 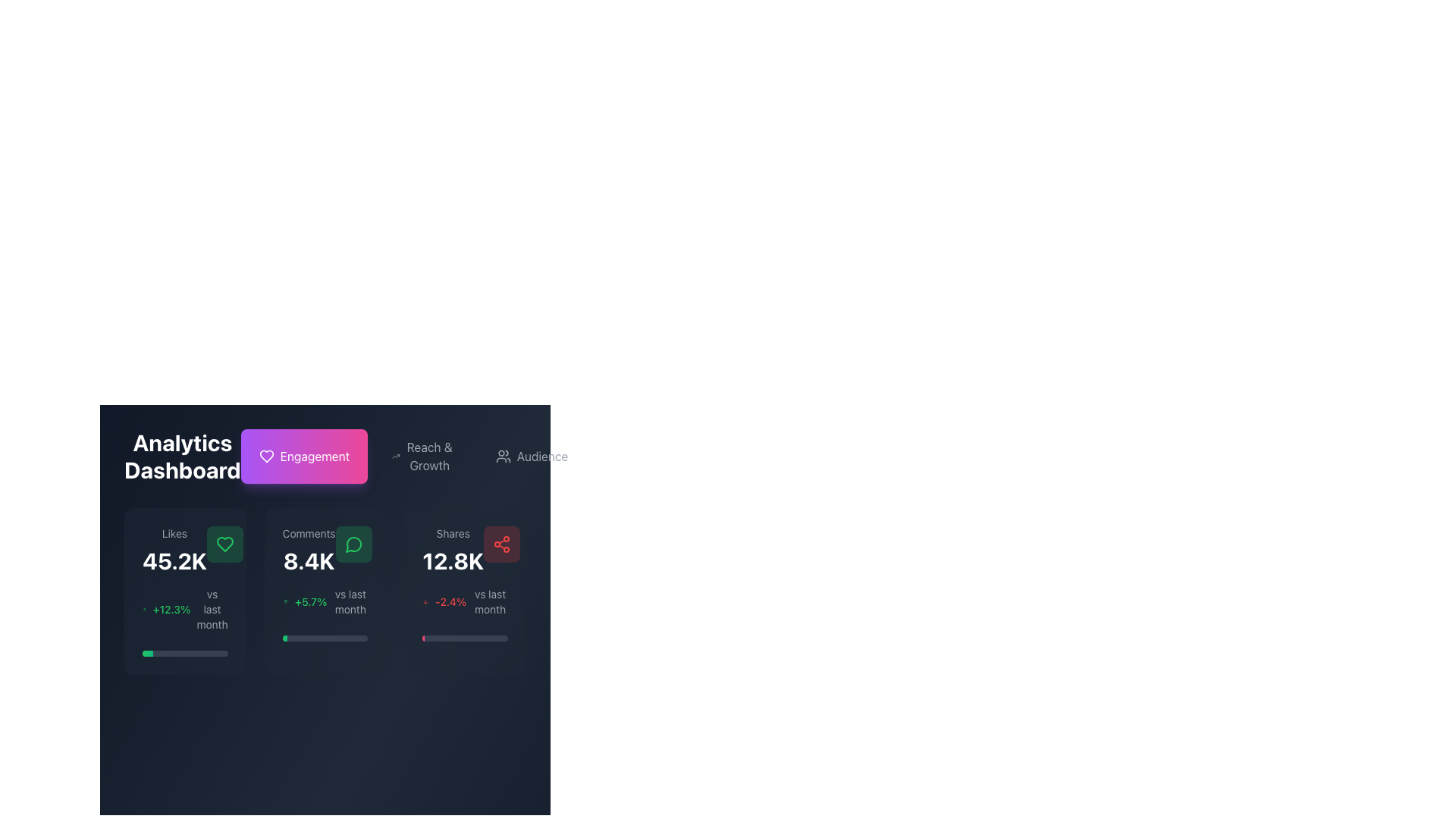 What do you see at coordinates (490, 601) in the screenshot?
I see `descriptive text label located in the 'Shares' section of the dashboard, which indicates the percentage value compares data to the previous month, situated immediately to the right of the red-colored percentage value '-2.4%' and below '12.8K'` at bounding box center [490, 601].